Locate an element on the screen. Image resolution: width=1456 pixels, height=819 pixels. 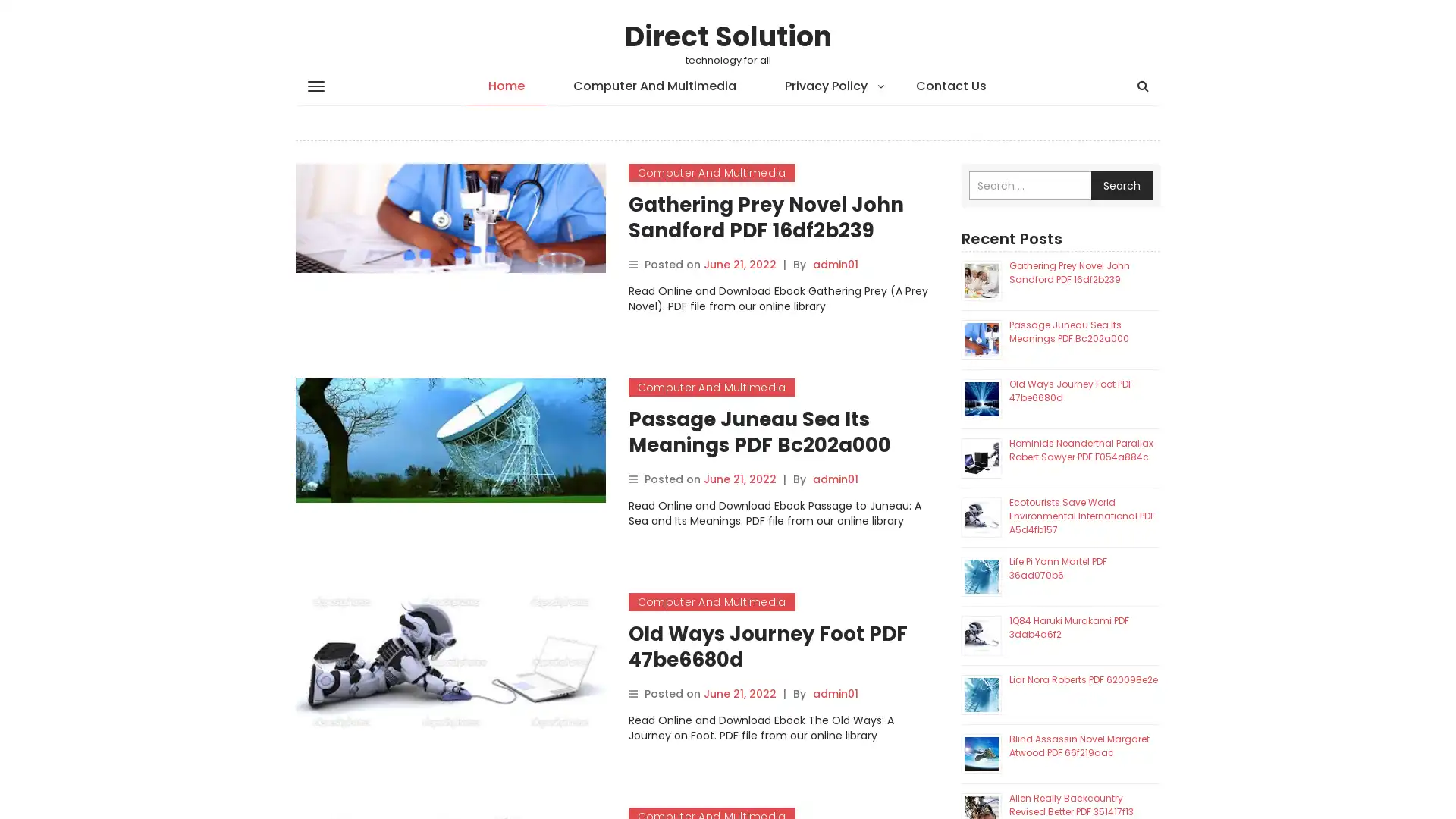
Search is located at coordinates (1122, 185).